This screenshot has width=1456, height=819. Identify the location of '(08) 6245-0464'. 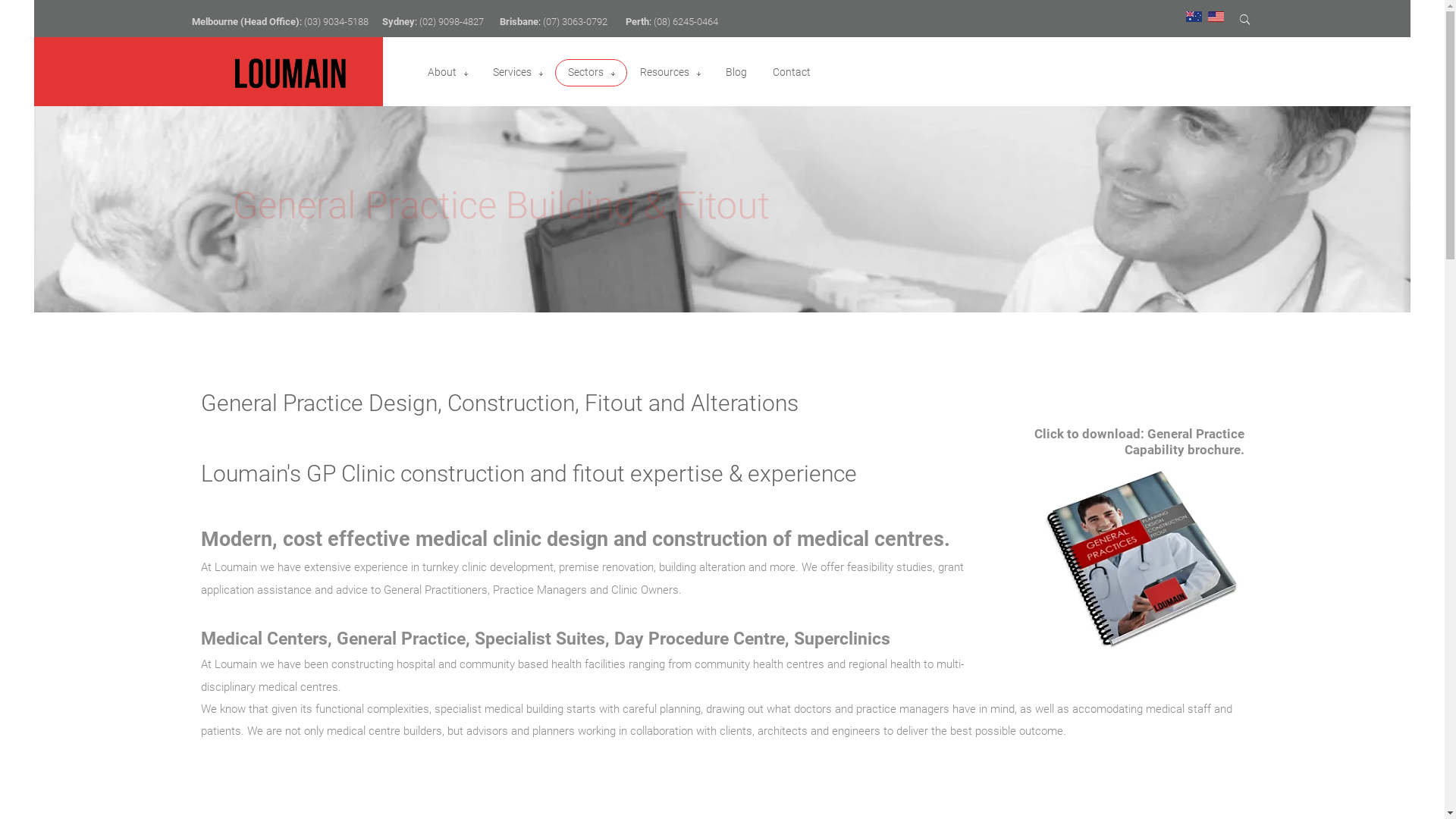
(685, 21).